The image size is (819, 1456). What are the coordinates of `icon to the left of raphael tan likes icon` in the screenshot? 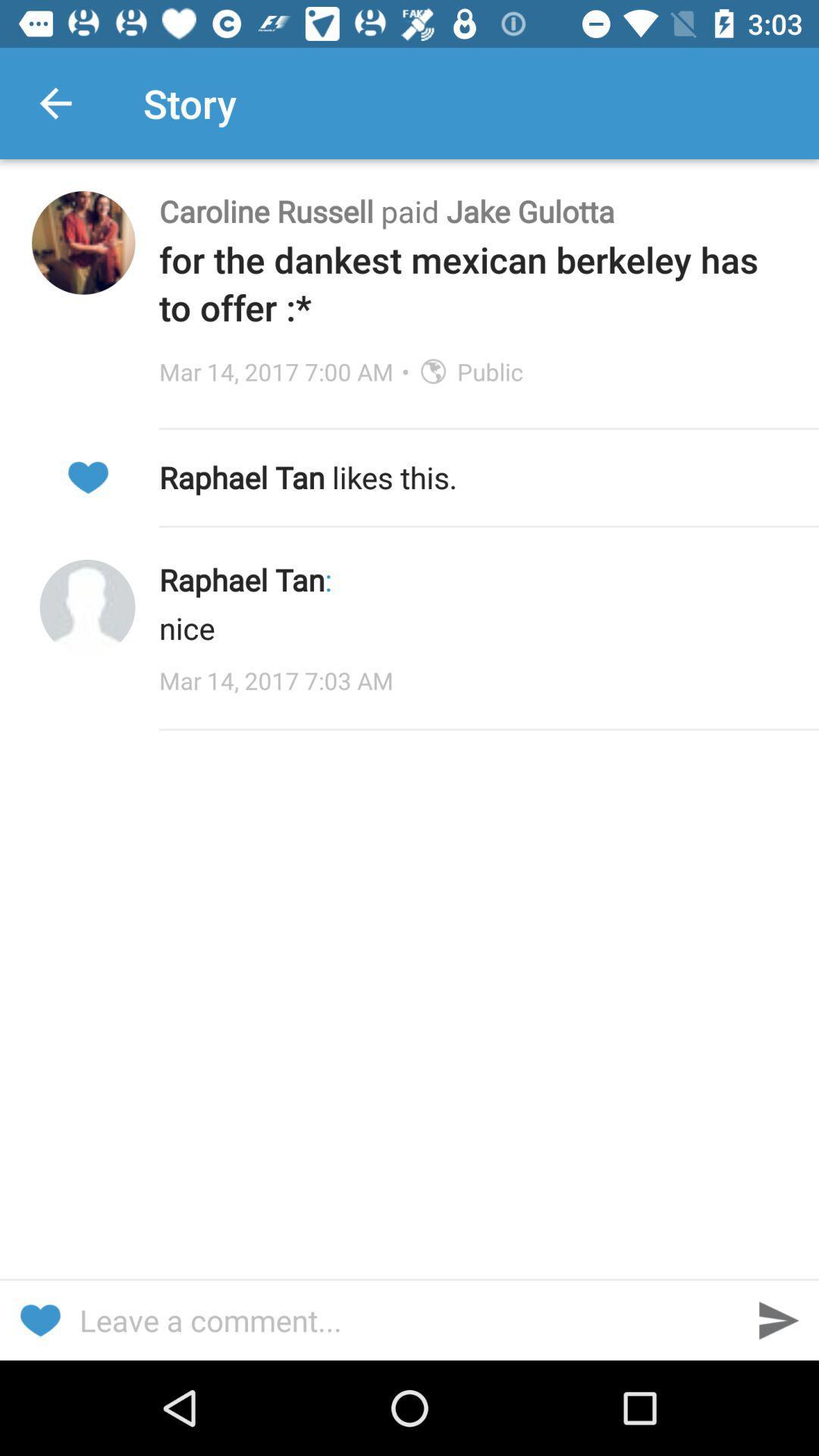 It's located at (87, 476).